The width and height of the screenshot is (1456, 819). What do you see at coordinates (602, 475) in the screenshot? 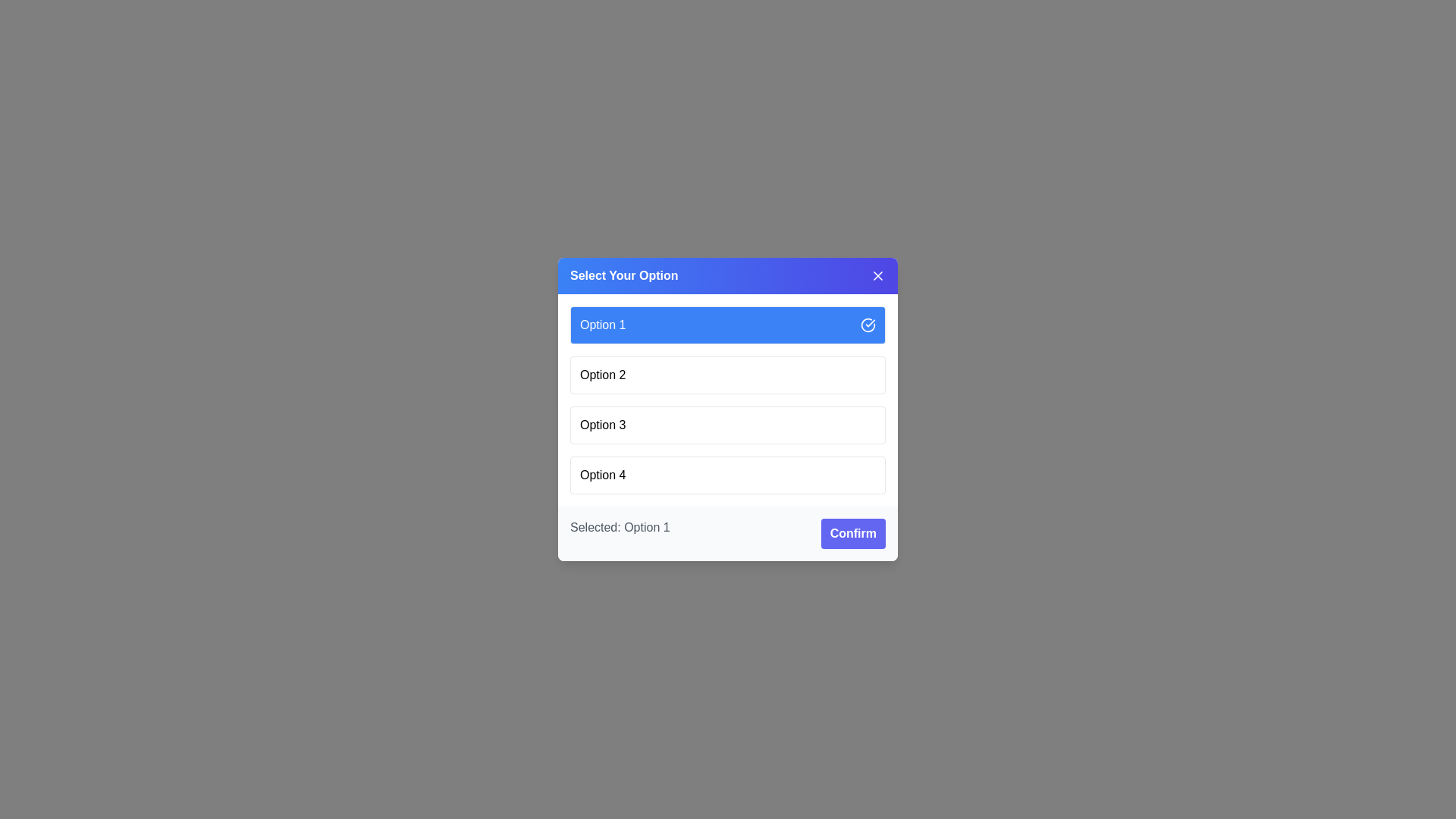
I see `the text label labeled 'Option 4'` at bounding box center [602, 475].